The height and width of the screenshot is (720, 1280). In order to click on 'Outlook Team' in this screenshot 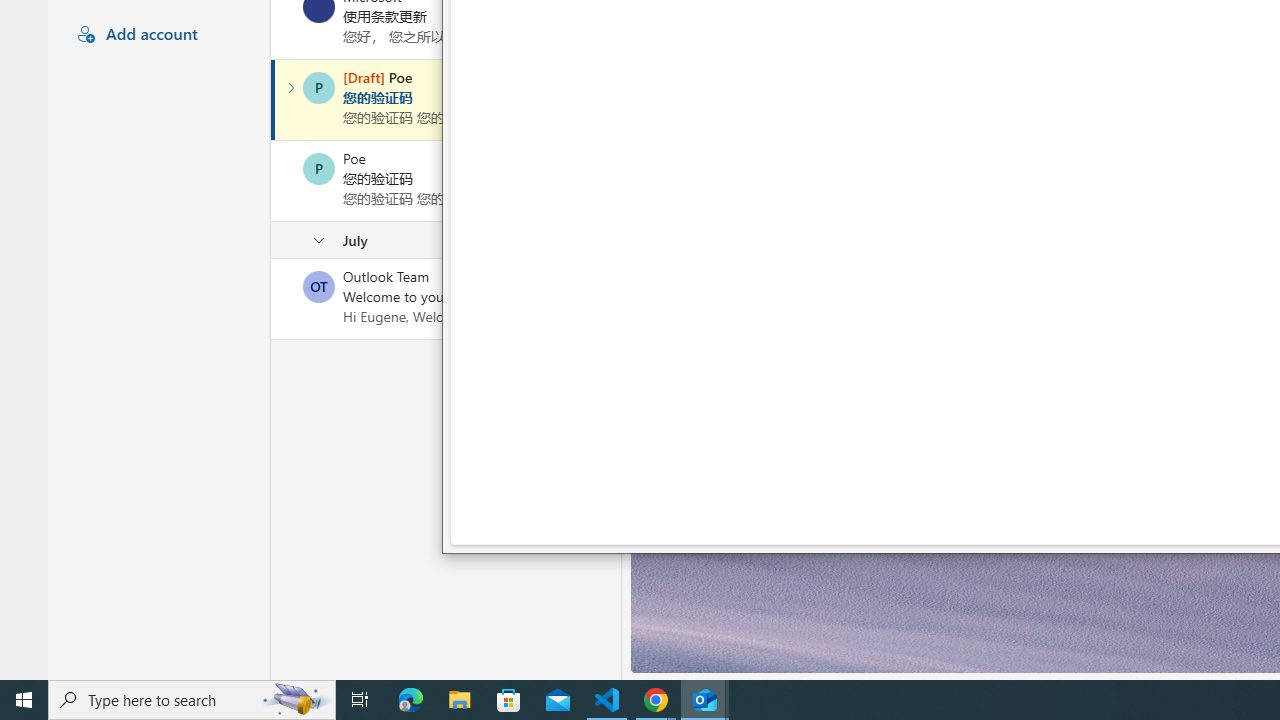, I will do `click(318, 286)`.